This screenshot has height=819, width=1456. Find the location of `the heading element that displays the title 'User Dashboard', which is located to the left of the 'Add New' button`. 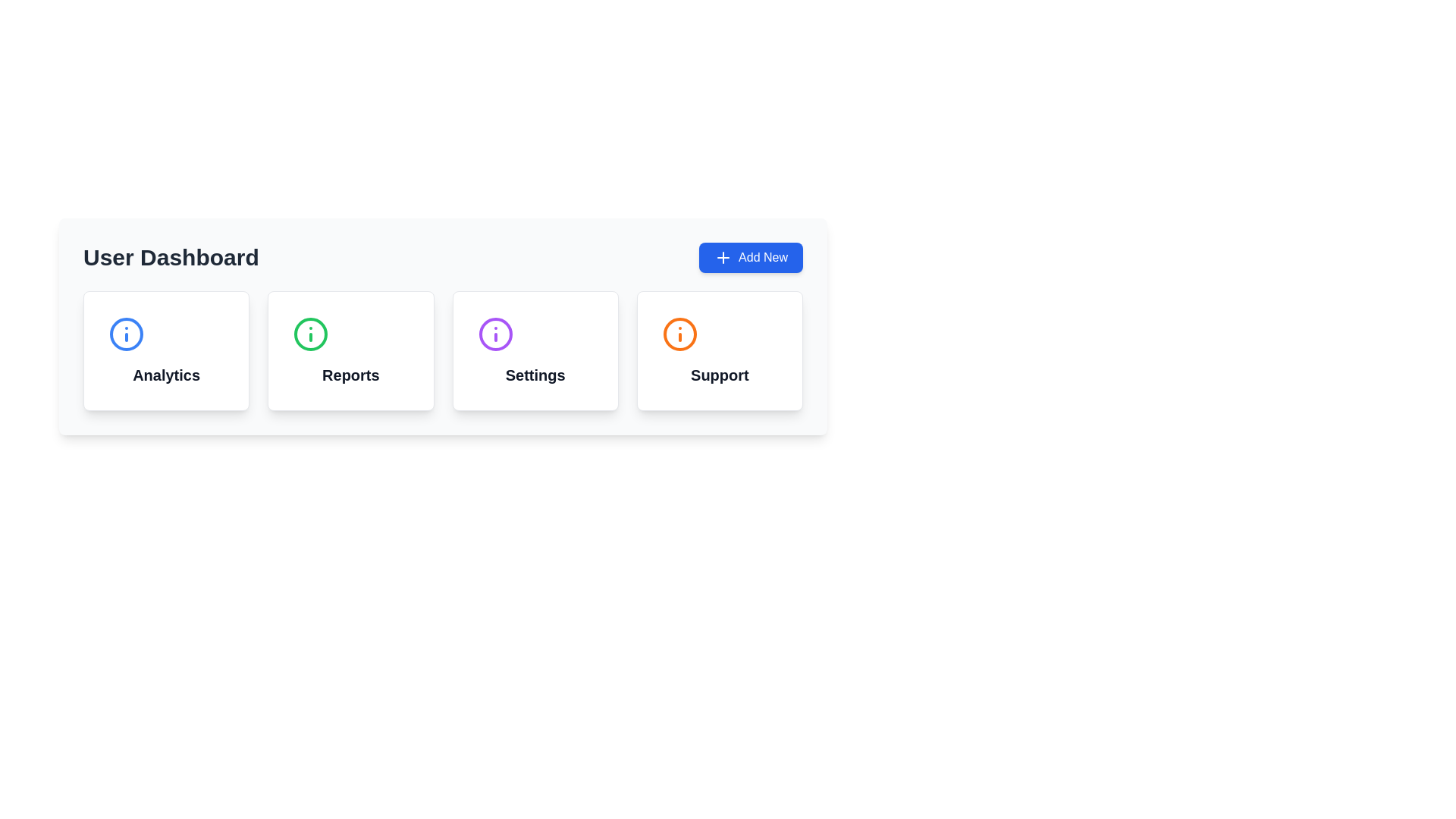

the heading element that displays the title 'User Dashboard', which is located to the left of the 'Add New' button is located at coordinates (171, 256).